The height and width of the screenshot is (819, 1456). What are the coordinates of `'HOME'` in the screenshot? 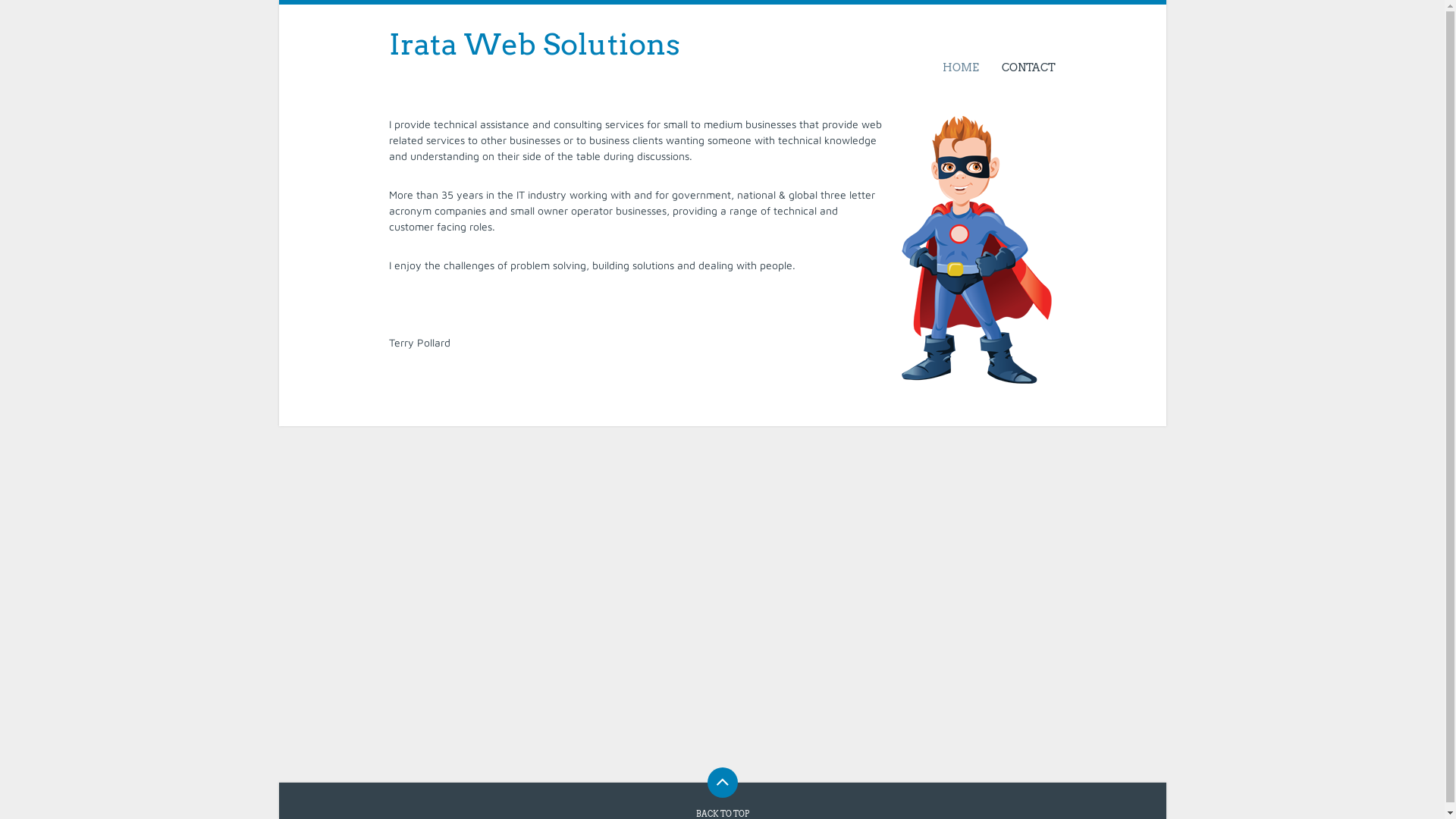 It's located at (960, 66).